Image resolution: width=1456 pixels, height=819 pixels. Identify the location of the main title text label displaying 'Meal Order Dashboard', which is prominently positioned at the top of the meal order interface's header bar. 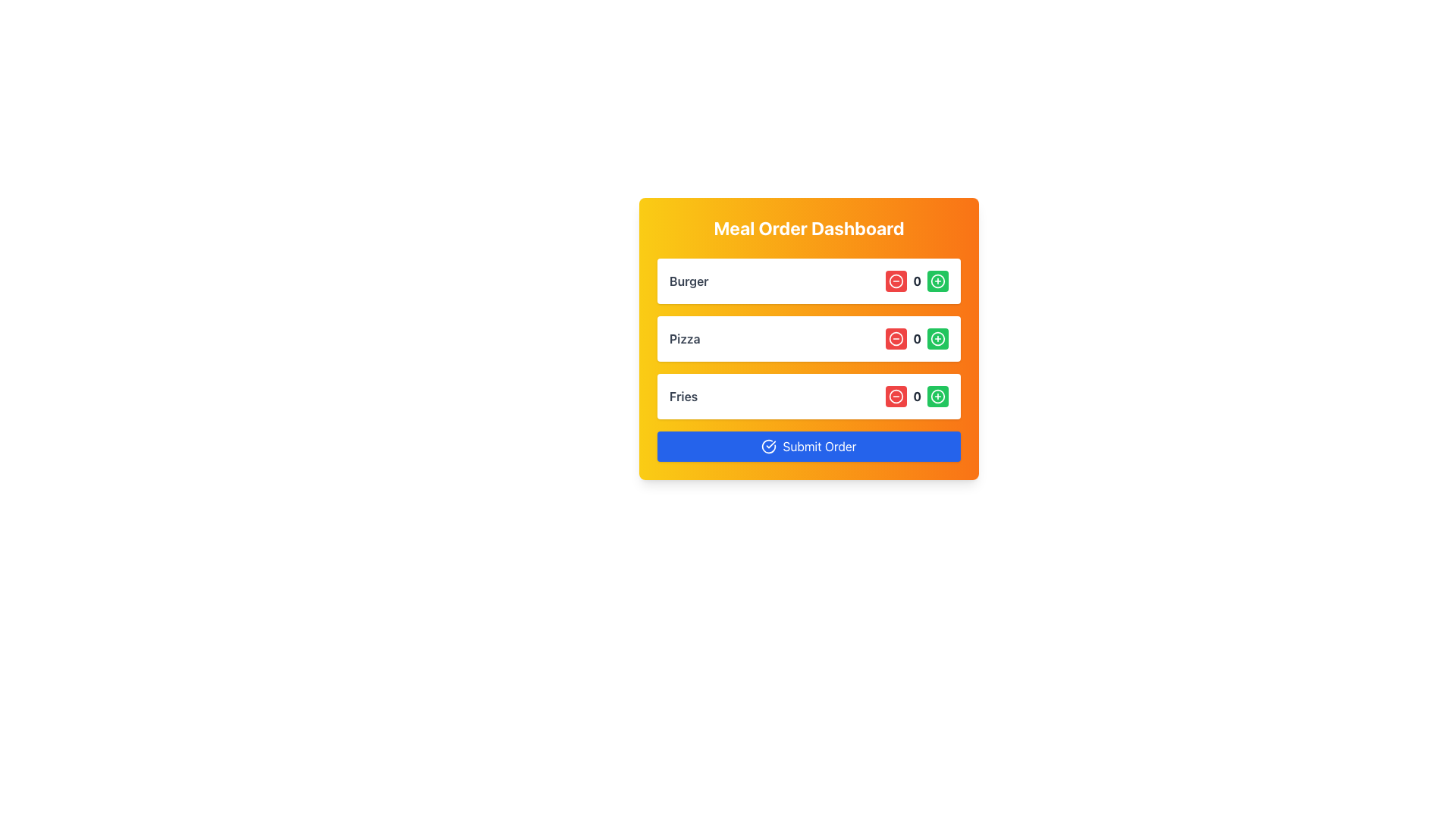
(808, 227).